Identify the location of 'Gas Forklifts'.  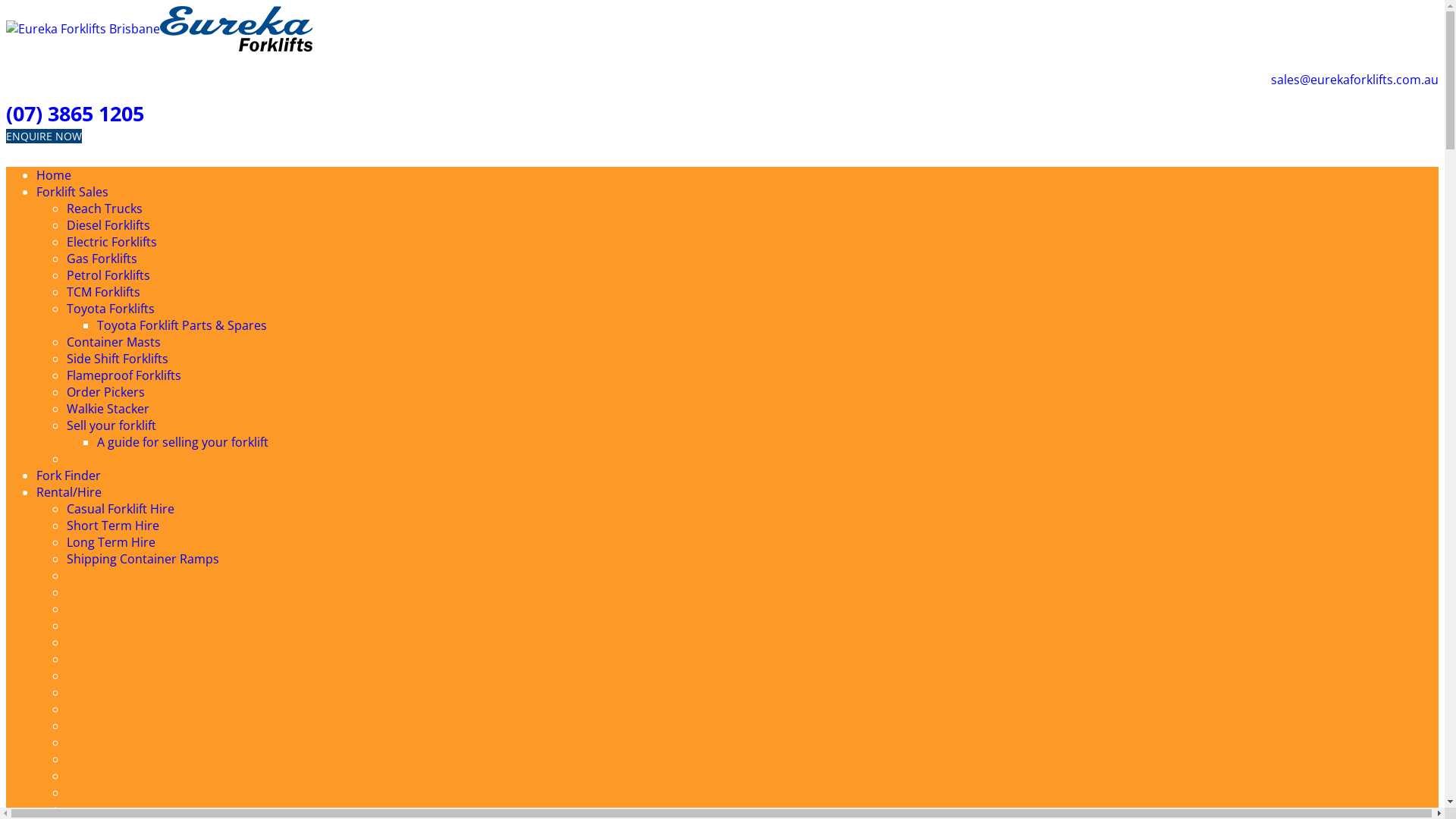
(65, 257).